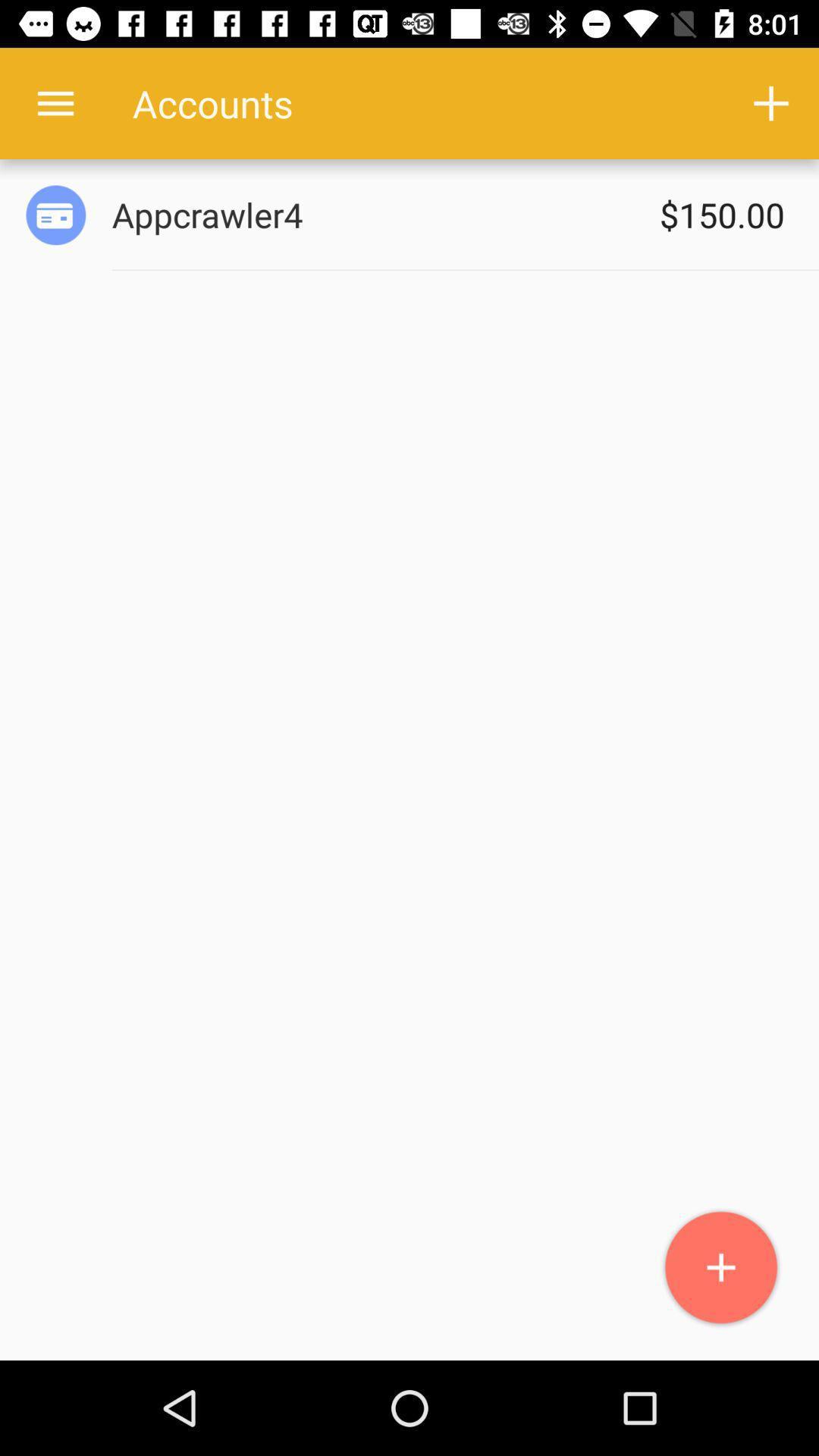 The height and width of the screenshot is (1456, 819). I want to click on the add icon, so click(720, 1268).